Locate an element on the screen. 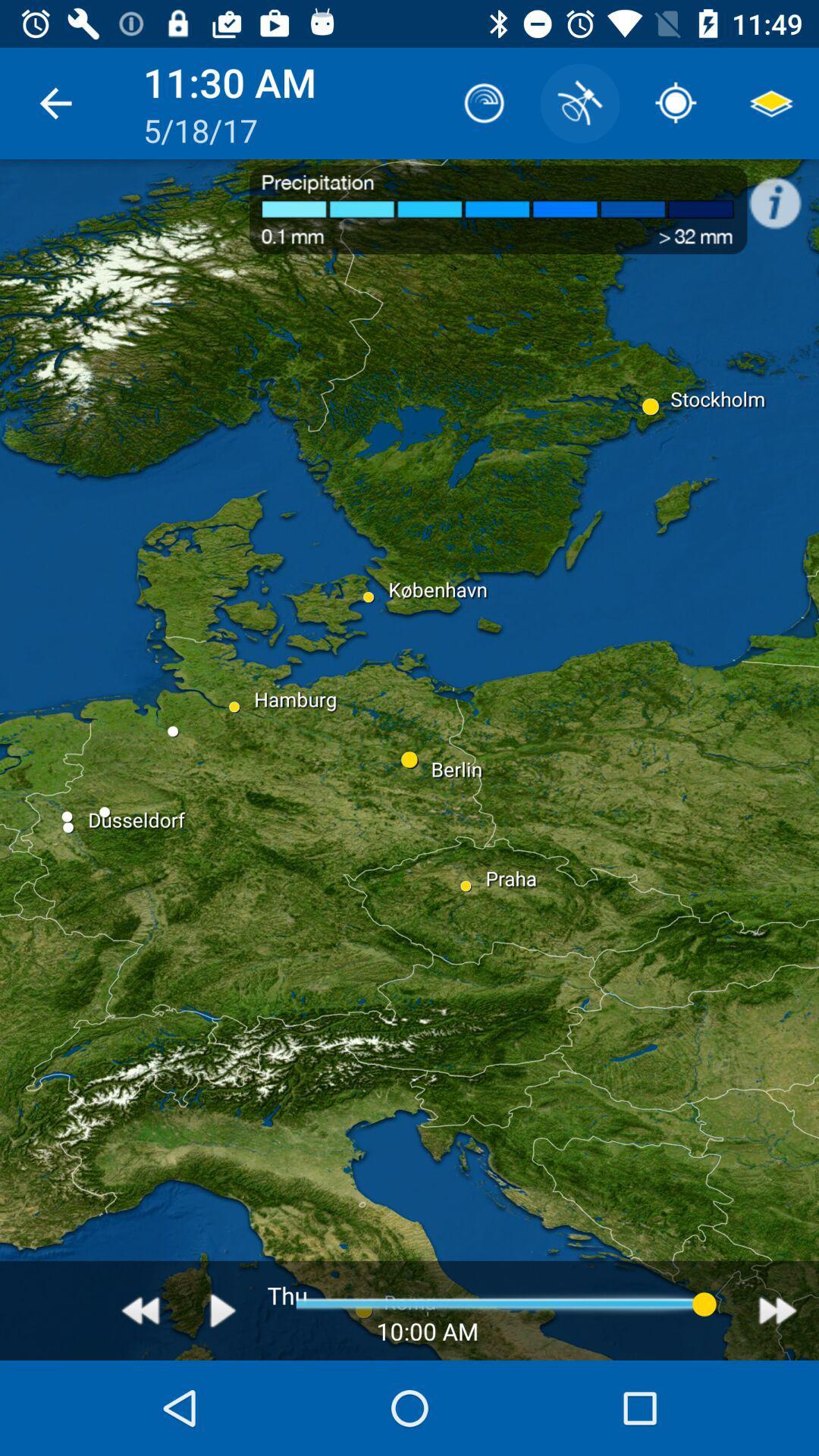  retroceder a hora is located at coordinates (140, 1310).